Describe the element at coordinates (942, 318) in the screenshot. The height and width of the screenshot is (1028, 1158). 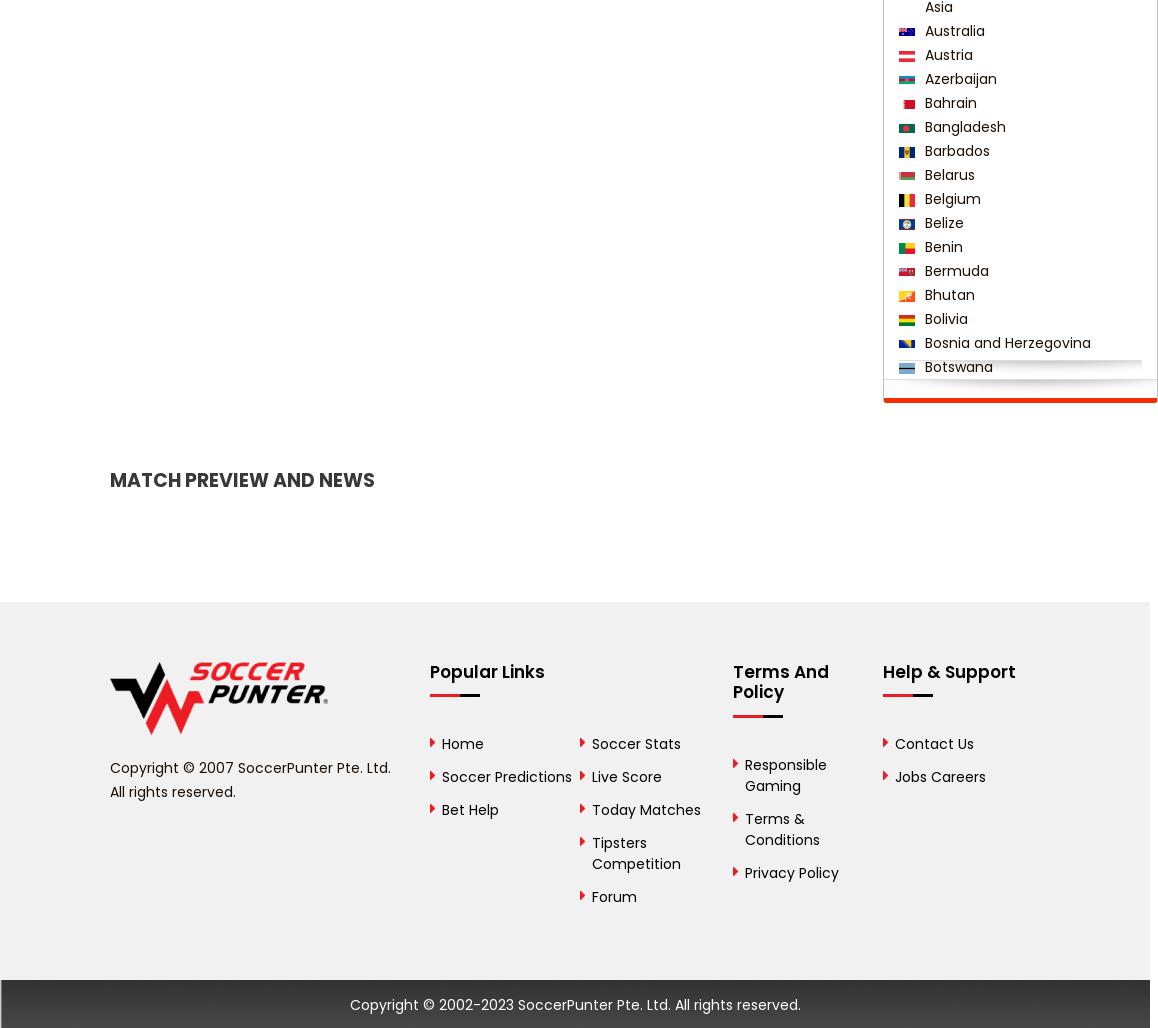
I see `'Bolivia'` at that location.